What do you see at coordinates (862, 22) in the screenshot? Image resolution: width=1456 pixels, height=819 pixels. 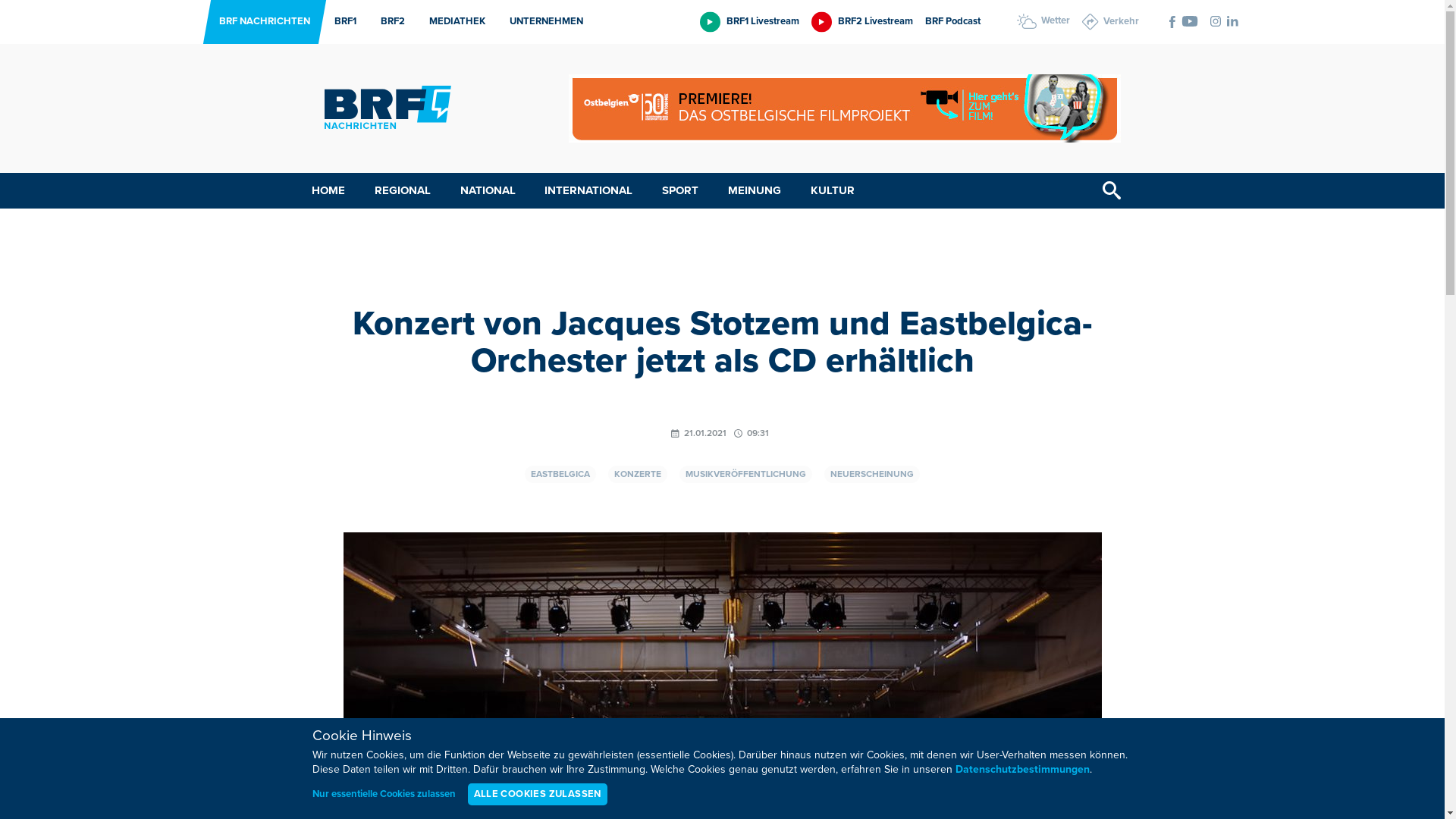 I see `'BRF2 Livestream'` at bounding box center [862, 22].